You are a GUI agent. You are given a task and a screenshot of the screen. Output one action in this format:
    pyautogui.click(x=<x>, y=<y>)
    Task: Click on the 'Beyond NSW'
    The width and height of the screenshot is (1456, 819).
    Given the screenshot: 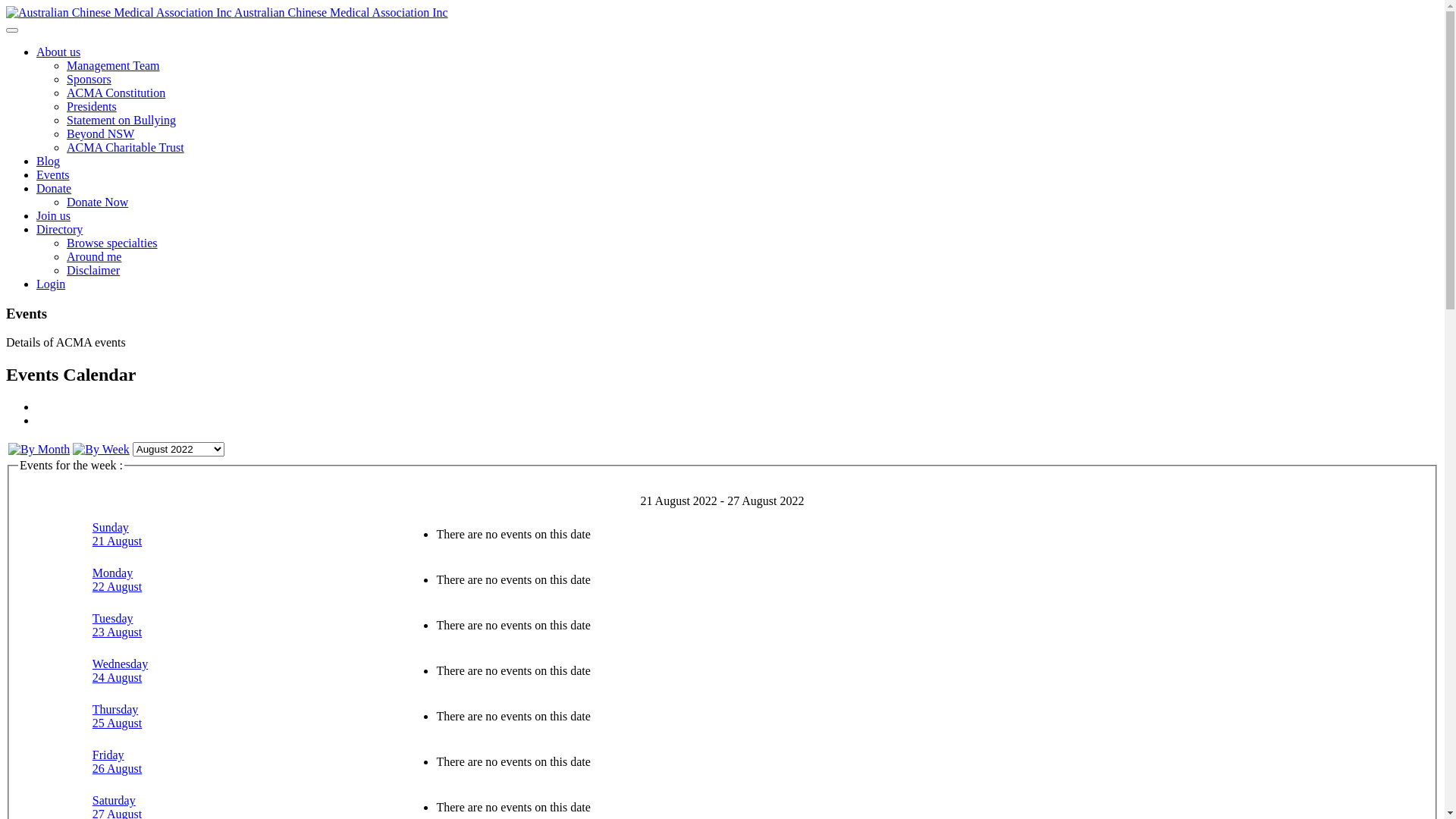 What is the action you would take?
    pyautogui.click(x=99, y=133)
    